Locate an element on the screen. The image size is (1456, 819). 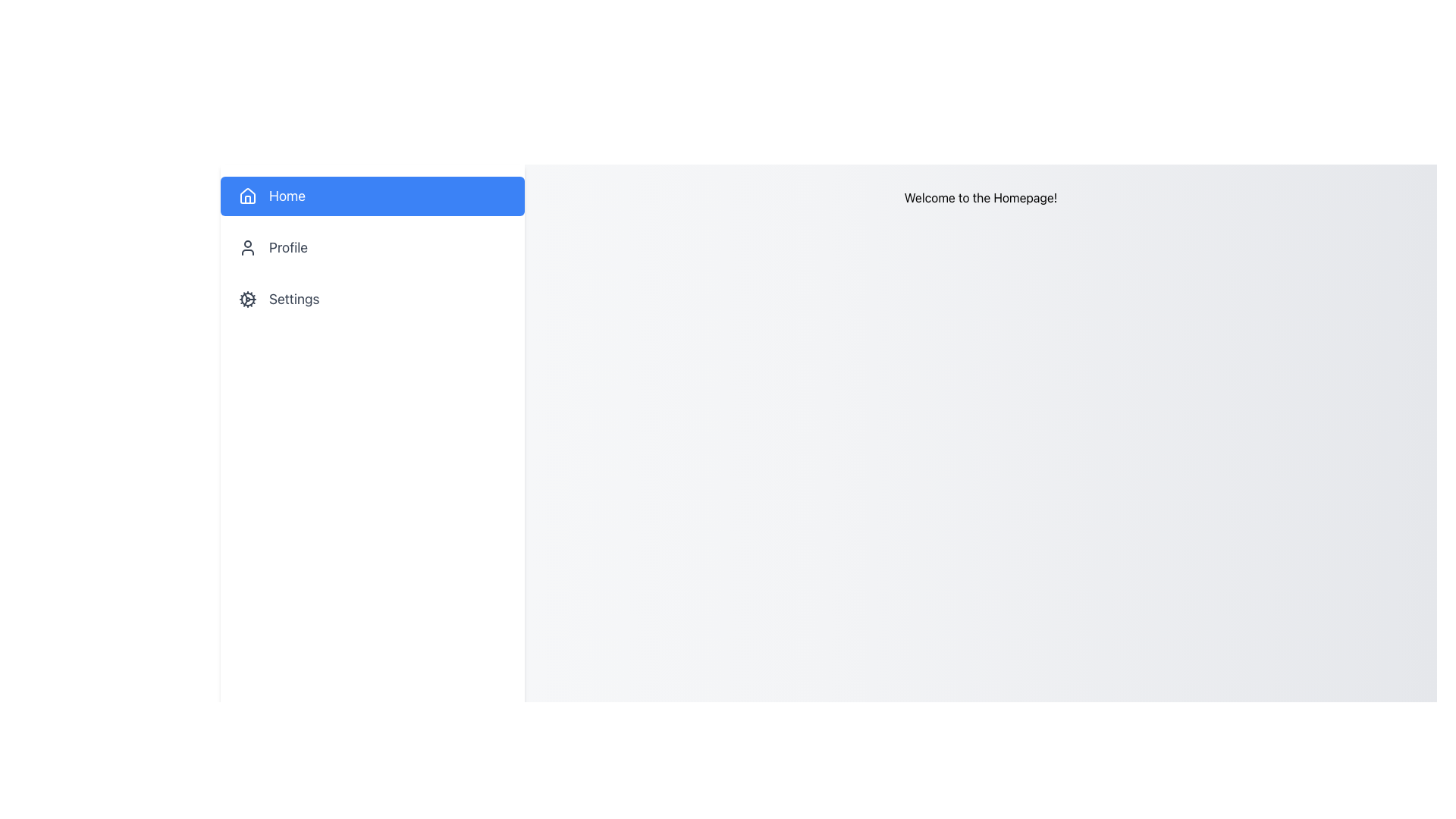
the 'Settings' button in the sidebar navigation panel for keyboard navigation is located at coordinates (372, 299).